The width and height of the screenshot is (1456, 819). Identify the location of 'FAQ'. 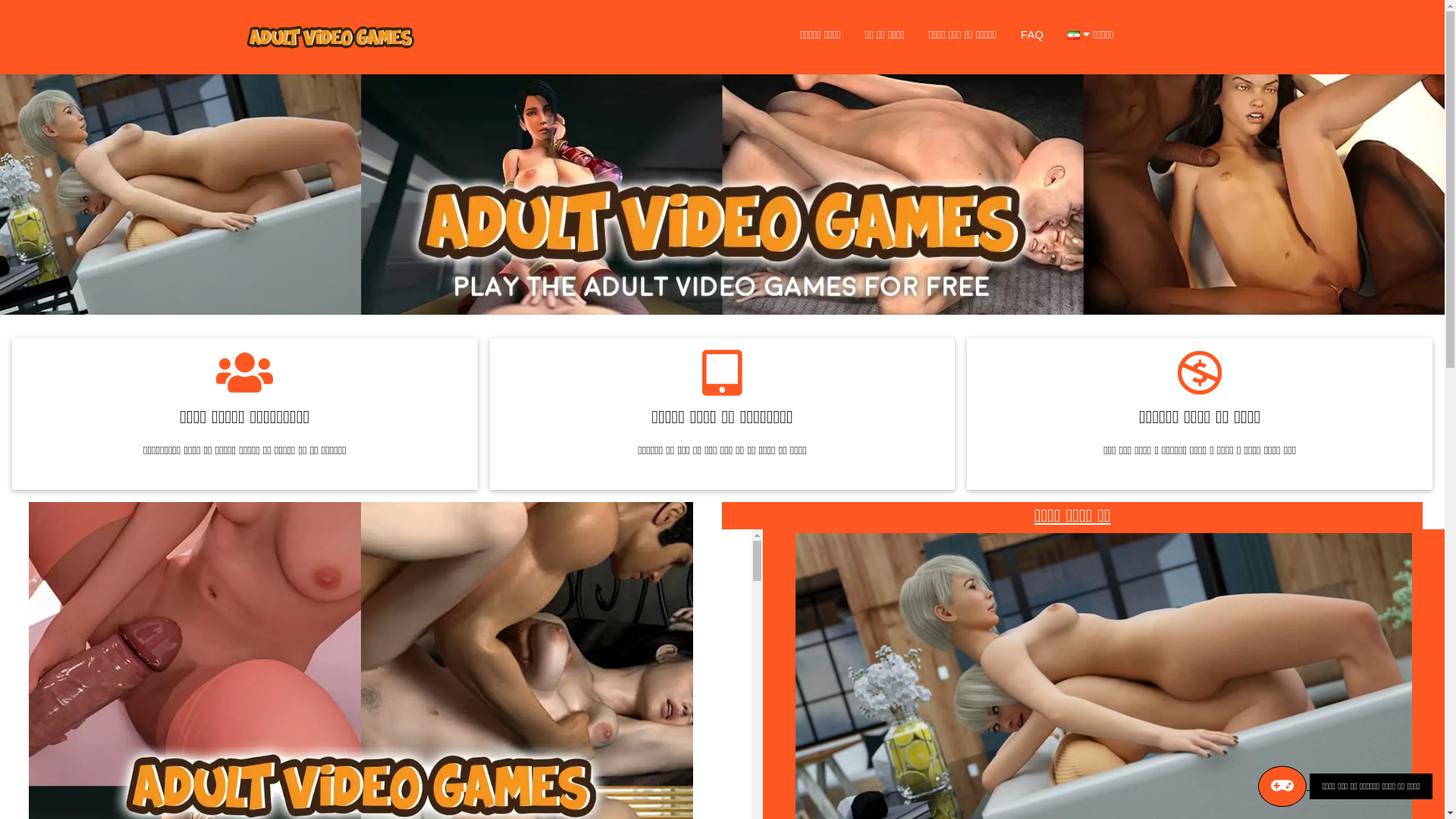
(1031, 34).